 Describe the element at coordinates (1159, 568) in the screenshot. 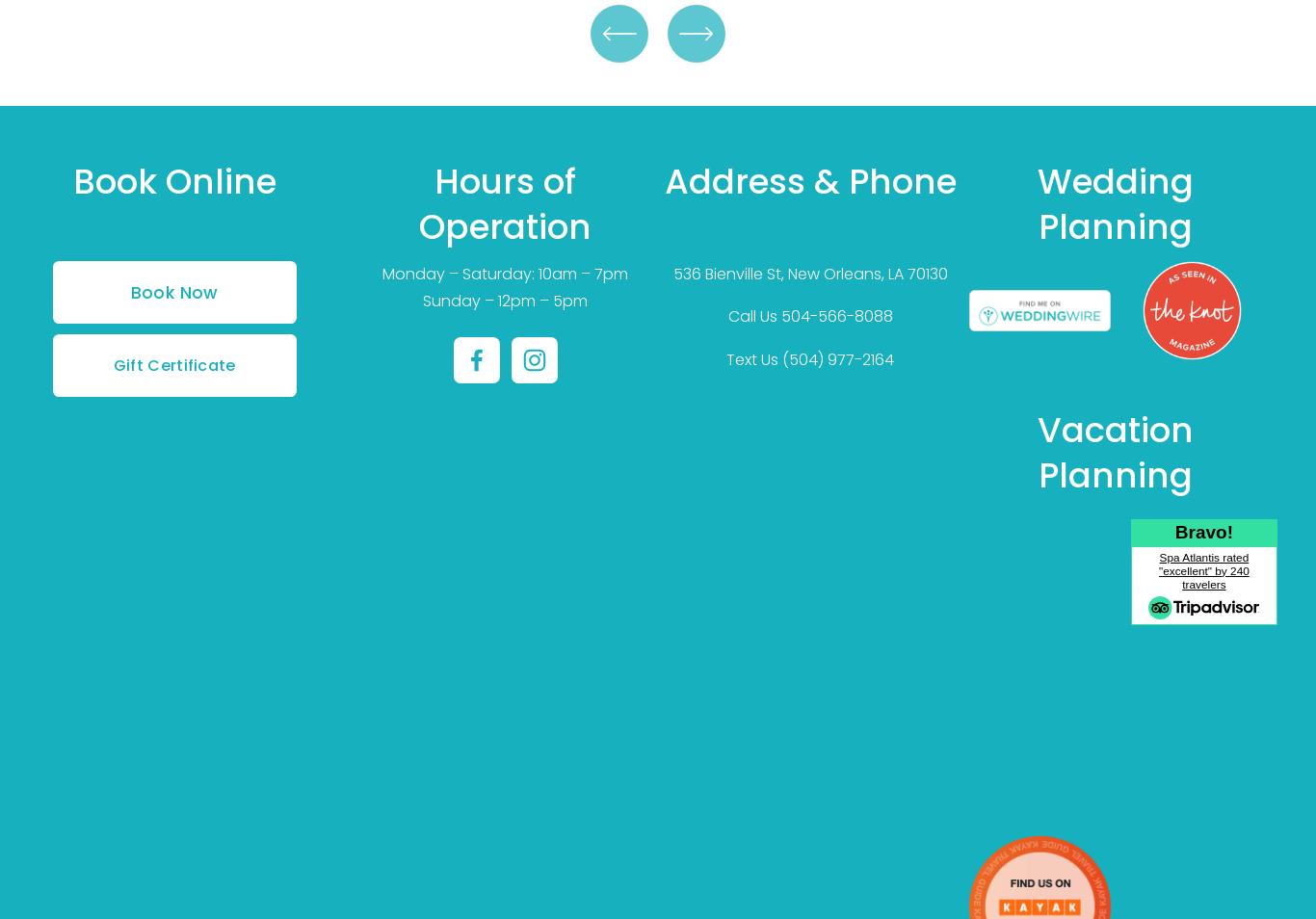

I see `'Spa Atlantis rated "excellent" by 240 travelers'` at that location.